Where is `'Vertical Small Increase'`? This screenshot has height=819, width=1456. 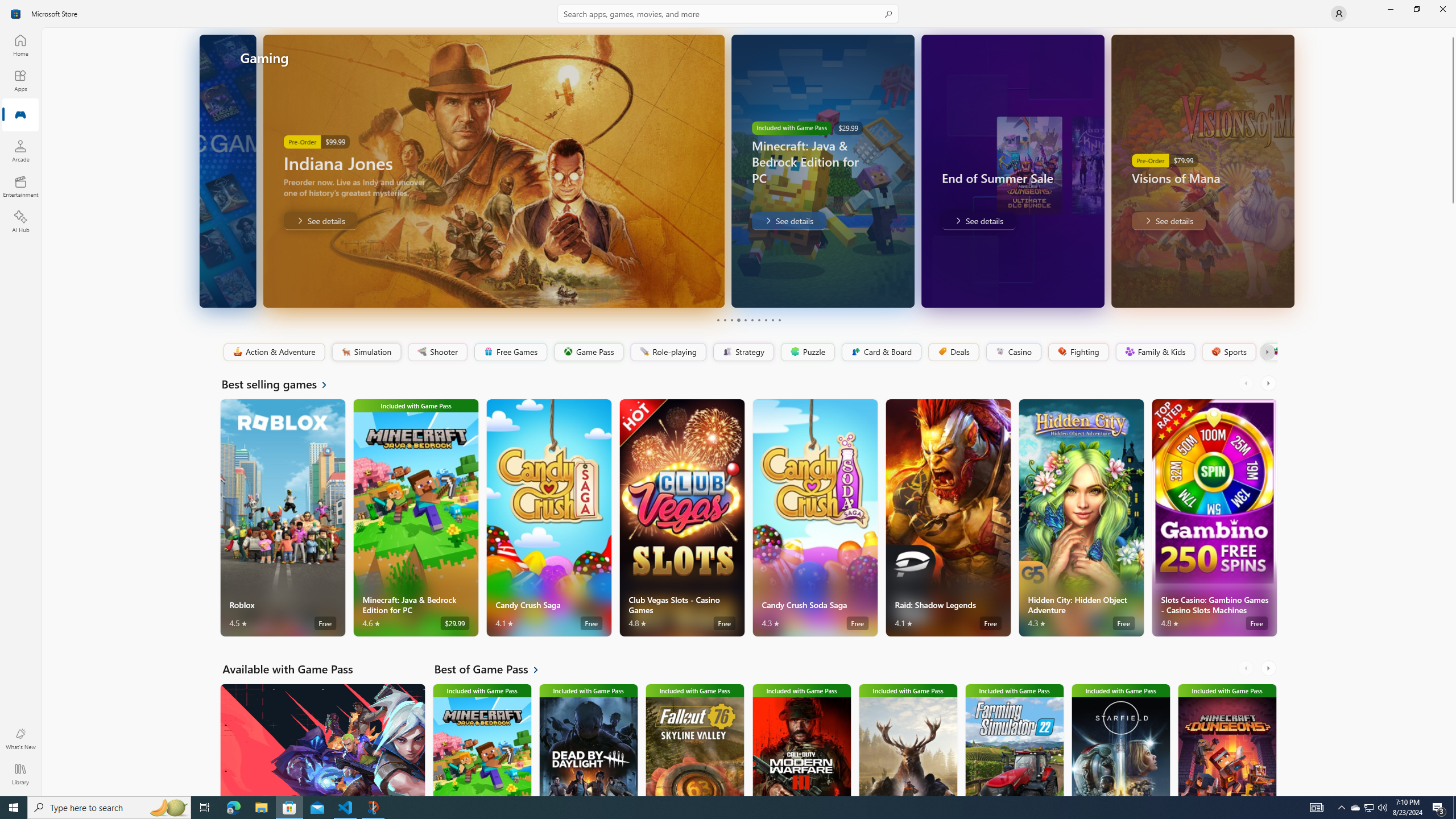 'Vertical Small Increase' is located at coordinates (1451, 792).